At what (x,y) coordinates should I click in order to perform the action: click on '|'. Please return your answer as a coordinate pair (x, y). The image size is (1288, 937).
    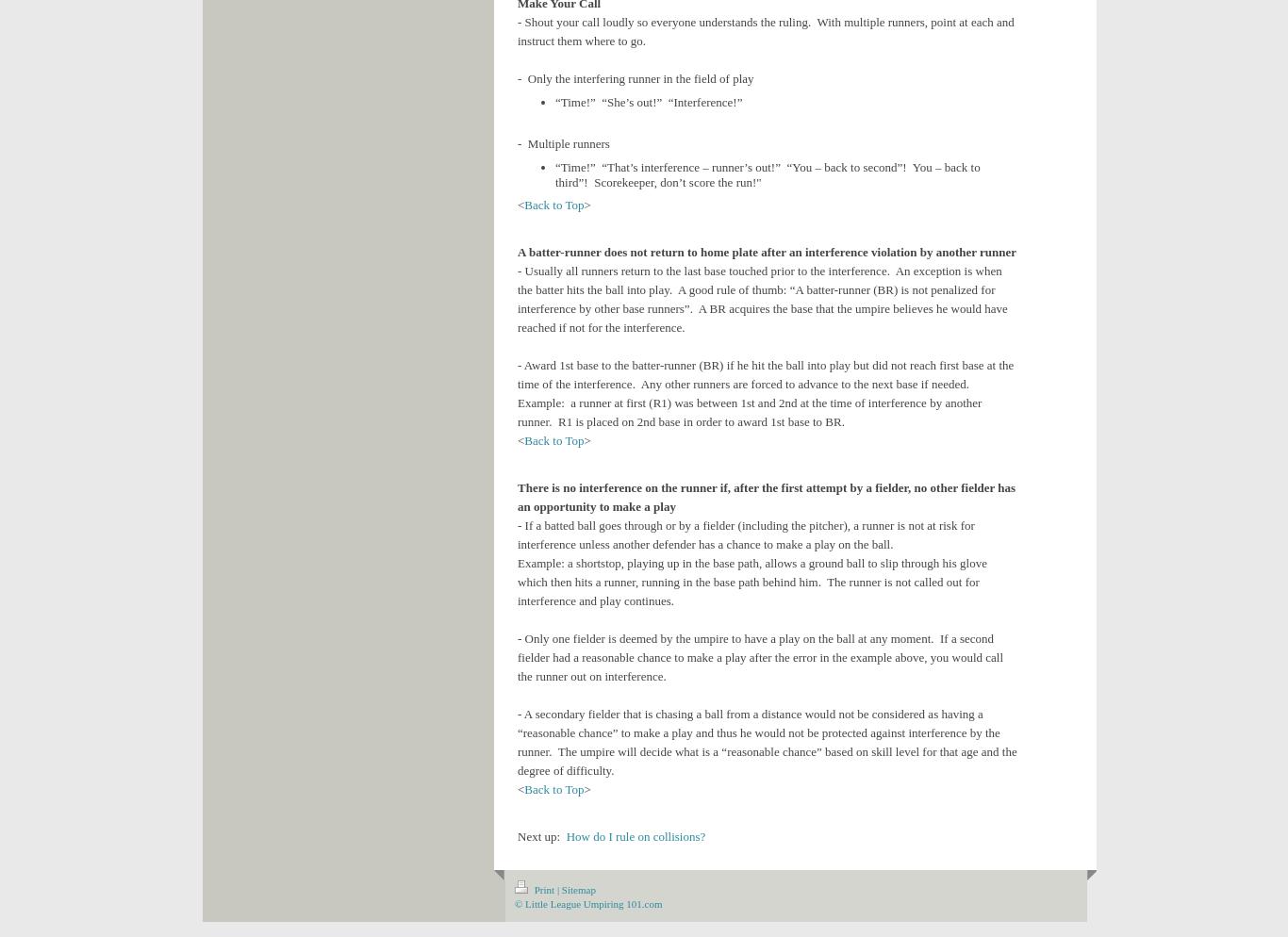
    Looking at the image, I should click on (556, 890).